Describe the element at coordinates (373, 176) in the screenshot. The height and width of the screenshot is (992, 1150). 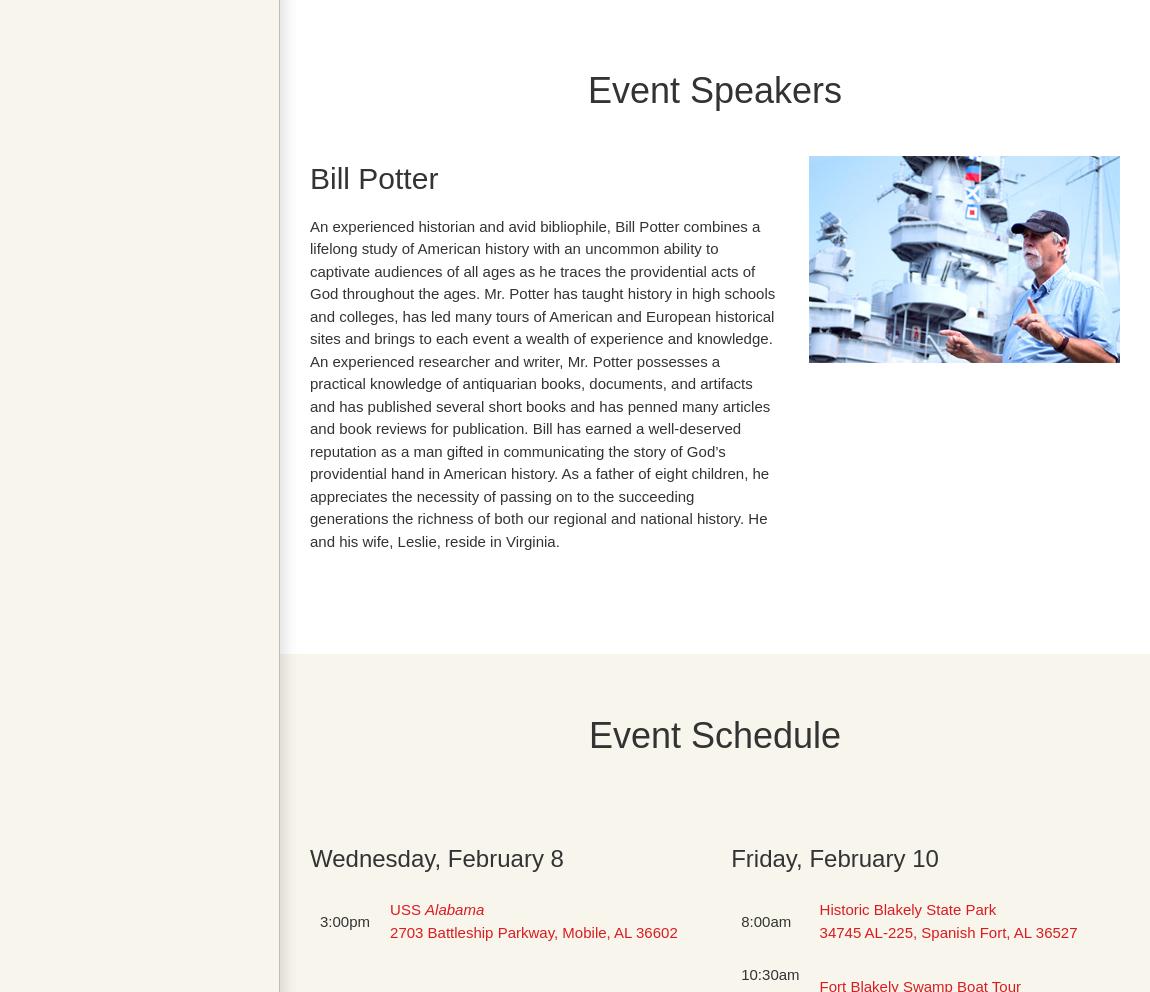
I see `'Bill Potter'` at that location.